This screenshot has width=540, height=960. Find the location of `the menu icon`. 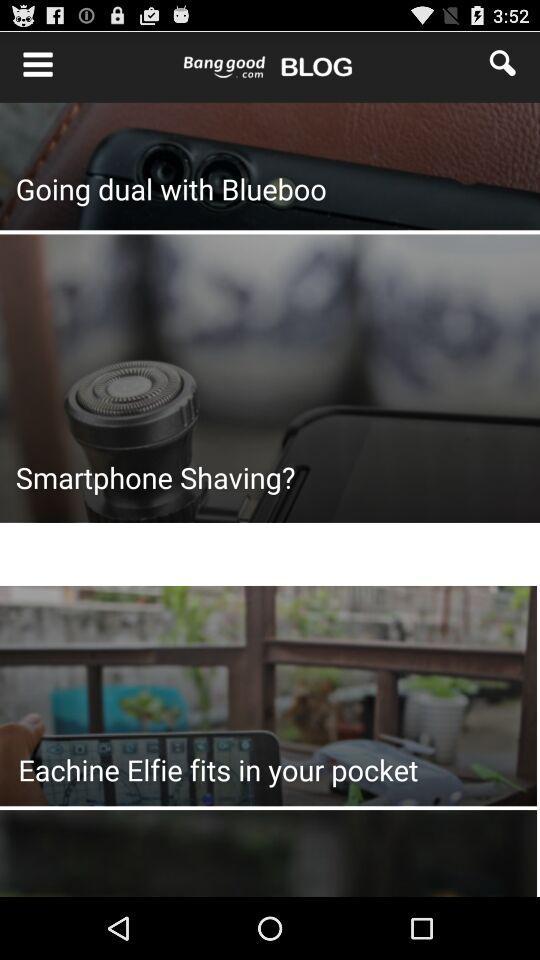

the menu icon is located at coordinates (27, 67).